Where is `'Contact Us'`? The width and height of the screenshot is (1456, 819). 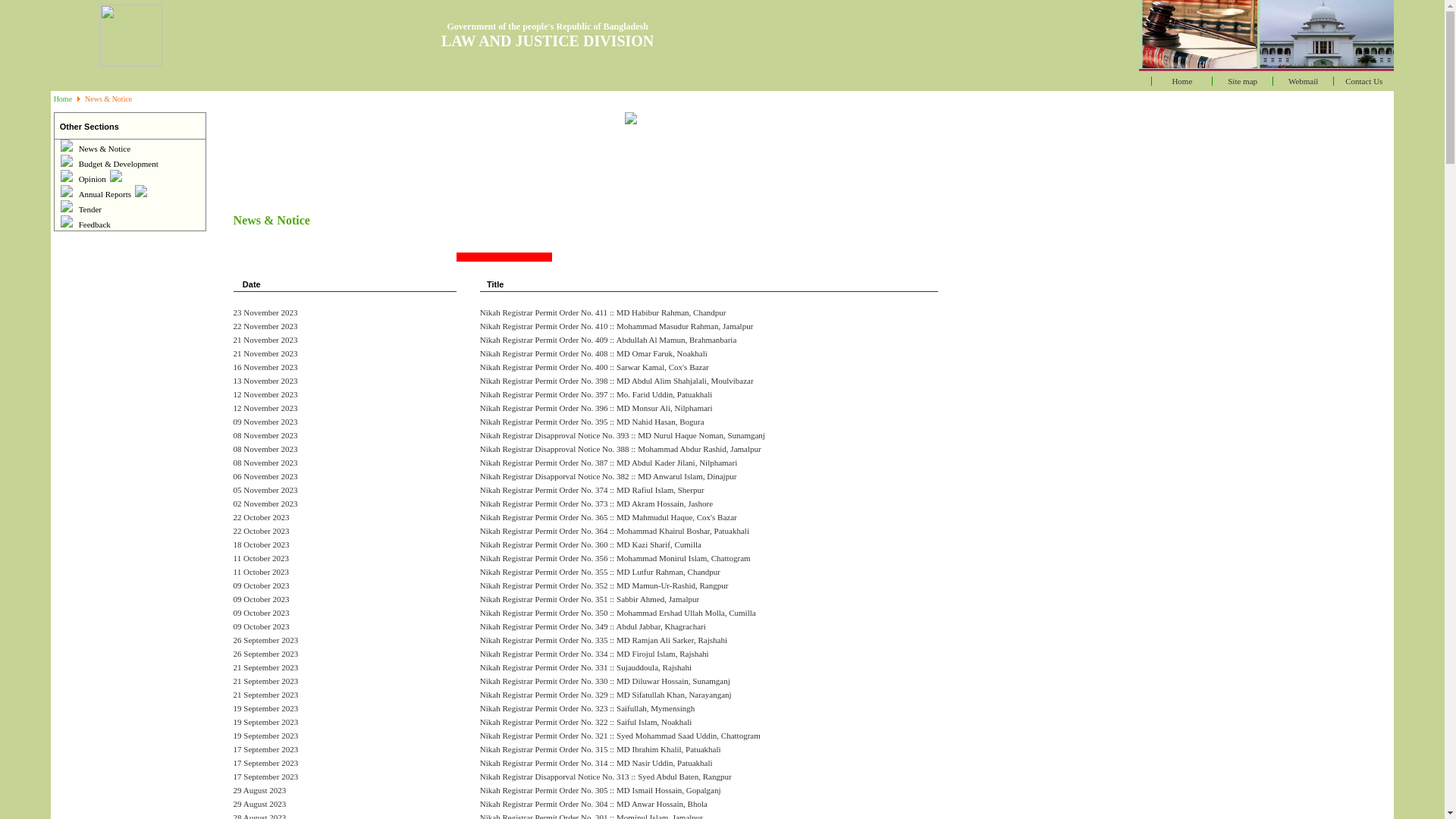
'Contact Us' is located at coordinates (1363, 81).